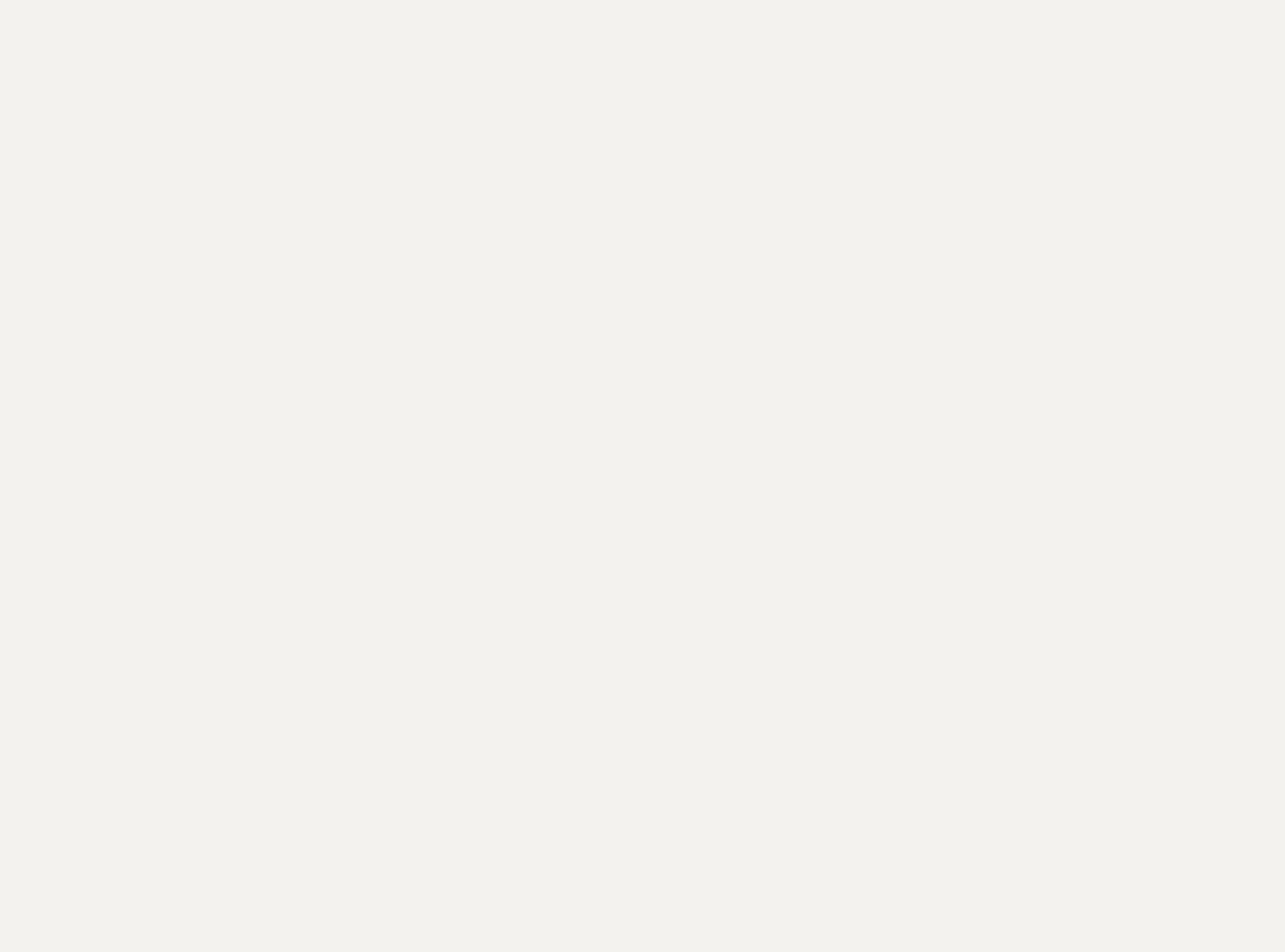 This screenshot has width=1285, height=952. Describe the element at coordinates (672, 397) in the screenshot. I see `'and'` at that location.